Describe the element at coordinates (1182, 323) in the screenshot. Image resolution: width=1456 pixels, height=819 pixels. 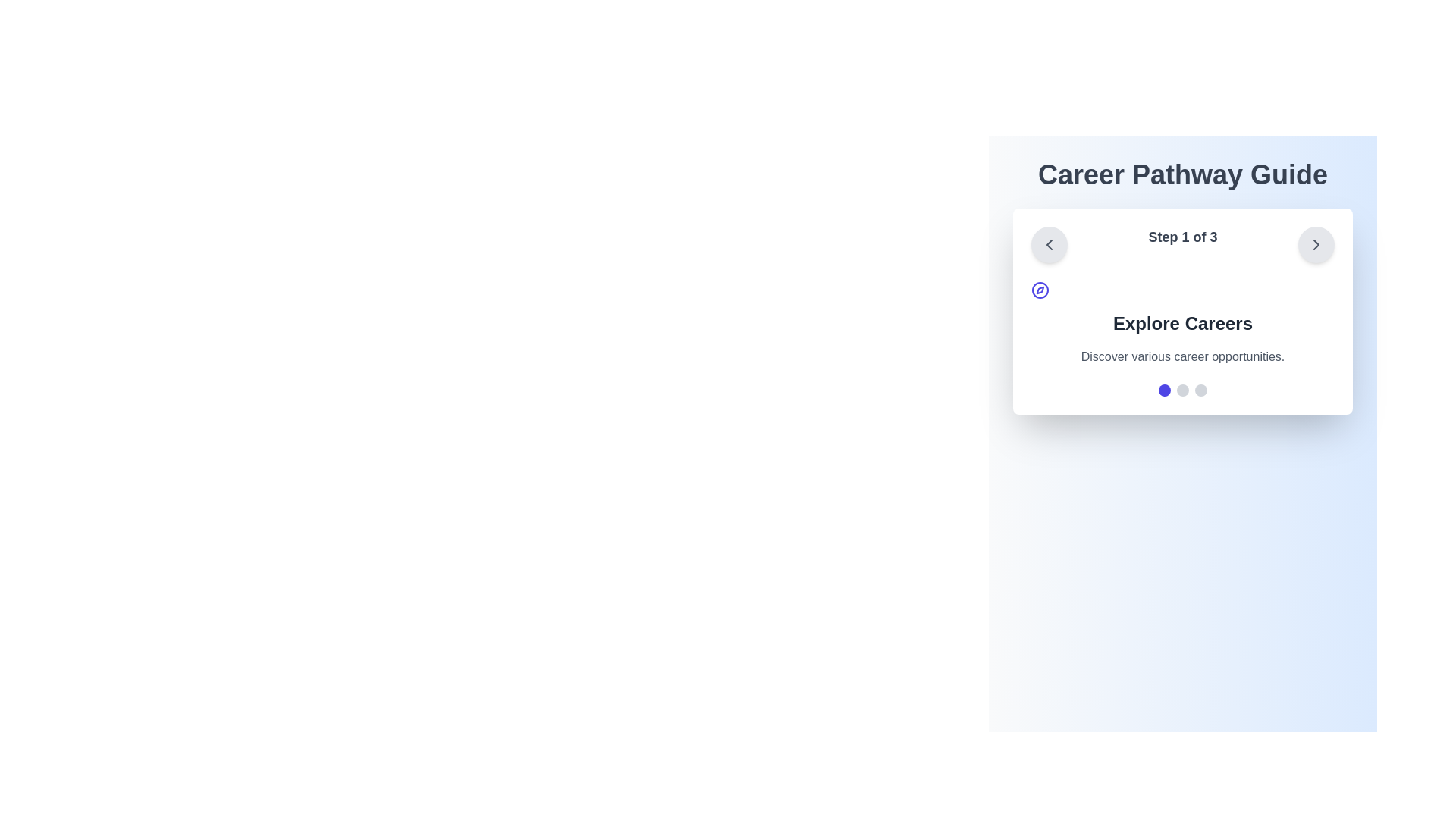
I see `text in the 'Explore Careers' section, which introduces the user to the purpose and context of subsequent information or actions` at that location.